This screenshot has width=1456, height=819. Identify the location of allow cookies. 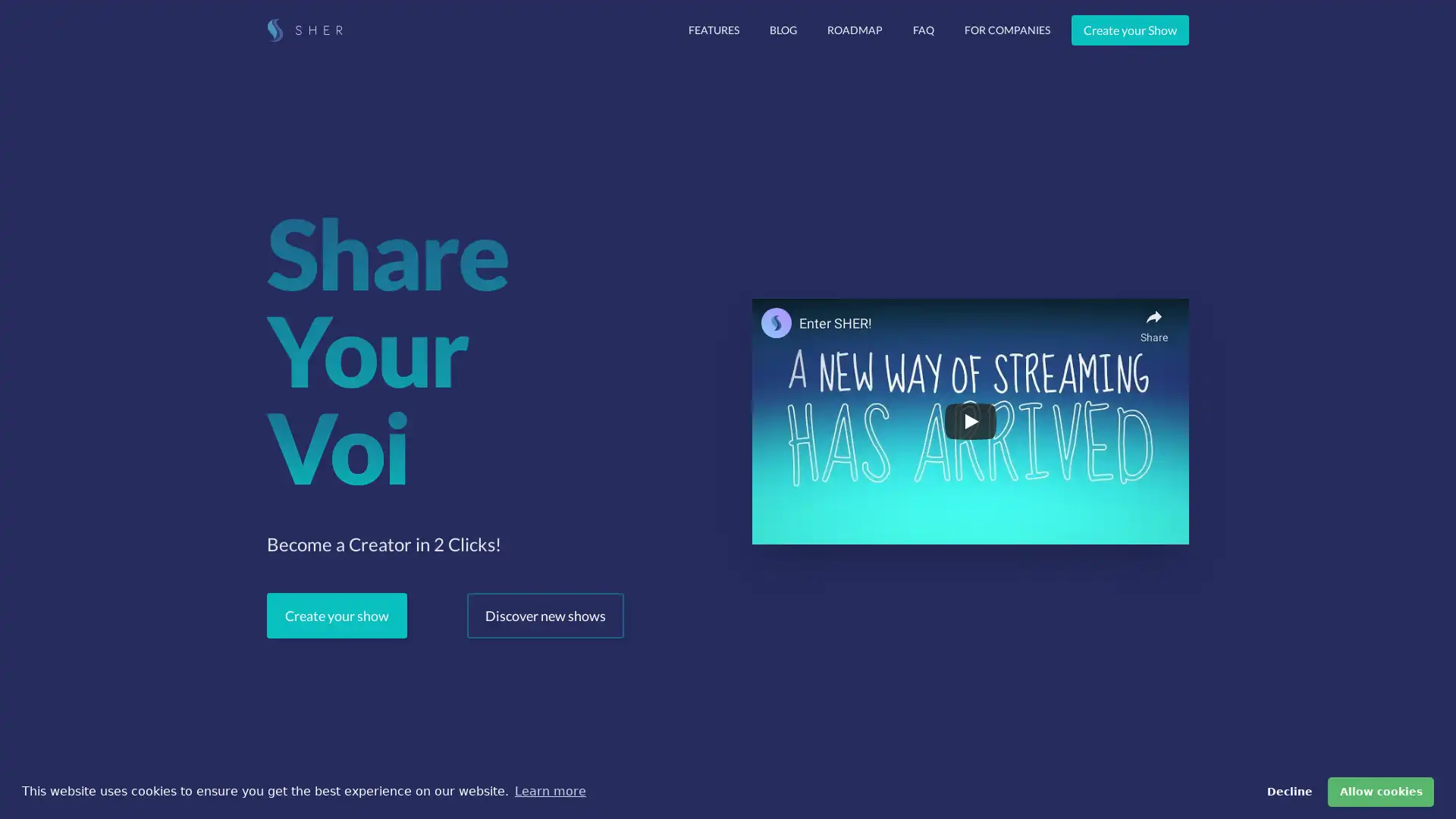
(1380, 791).